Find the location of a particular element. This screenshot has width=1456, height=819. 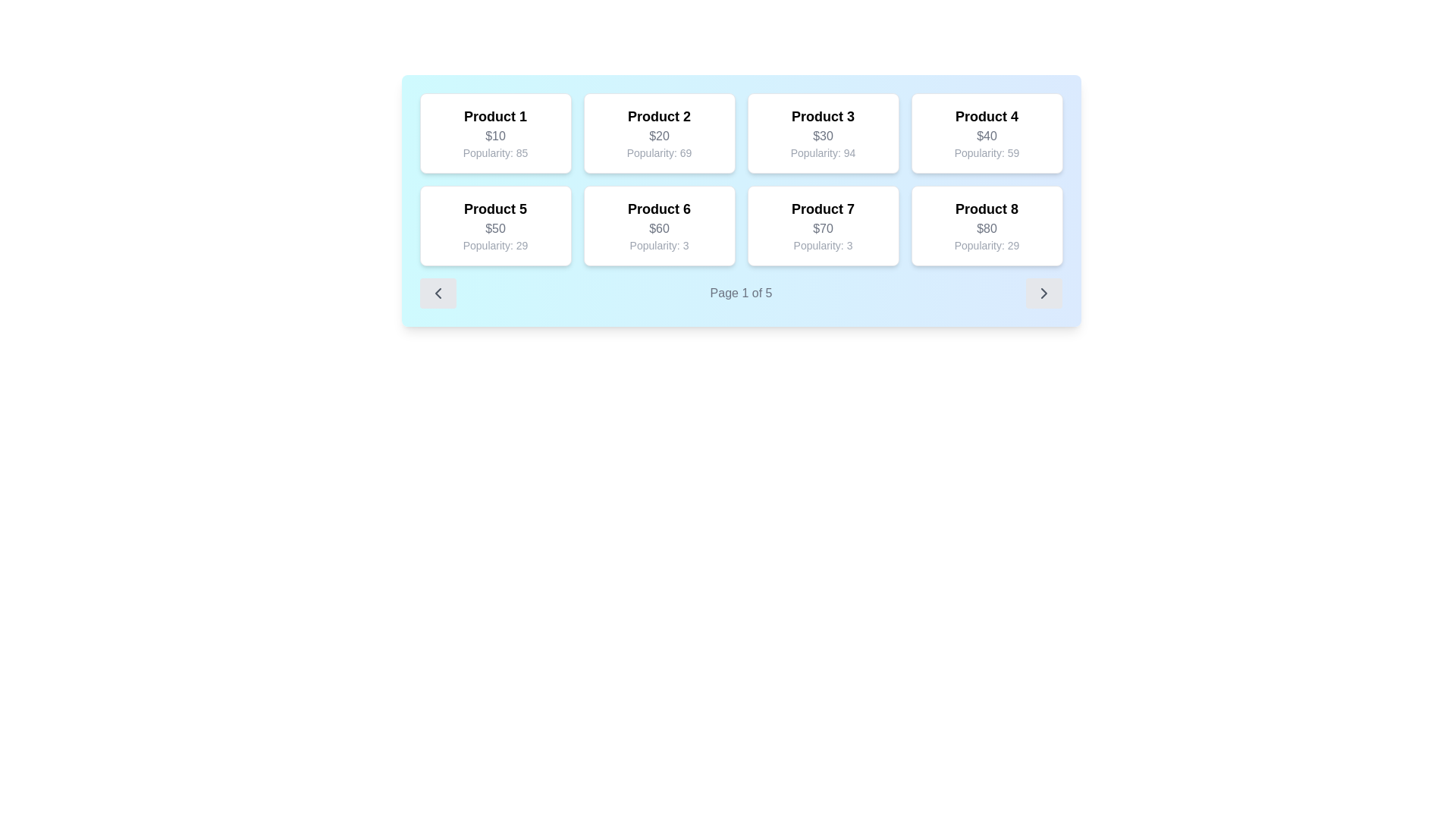

the chevron icon located on the far left side of the pagination navigation is located at coordinates (437, 293).